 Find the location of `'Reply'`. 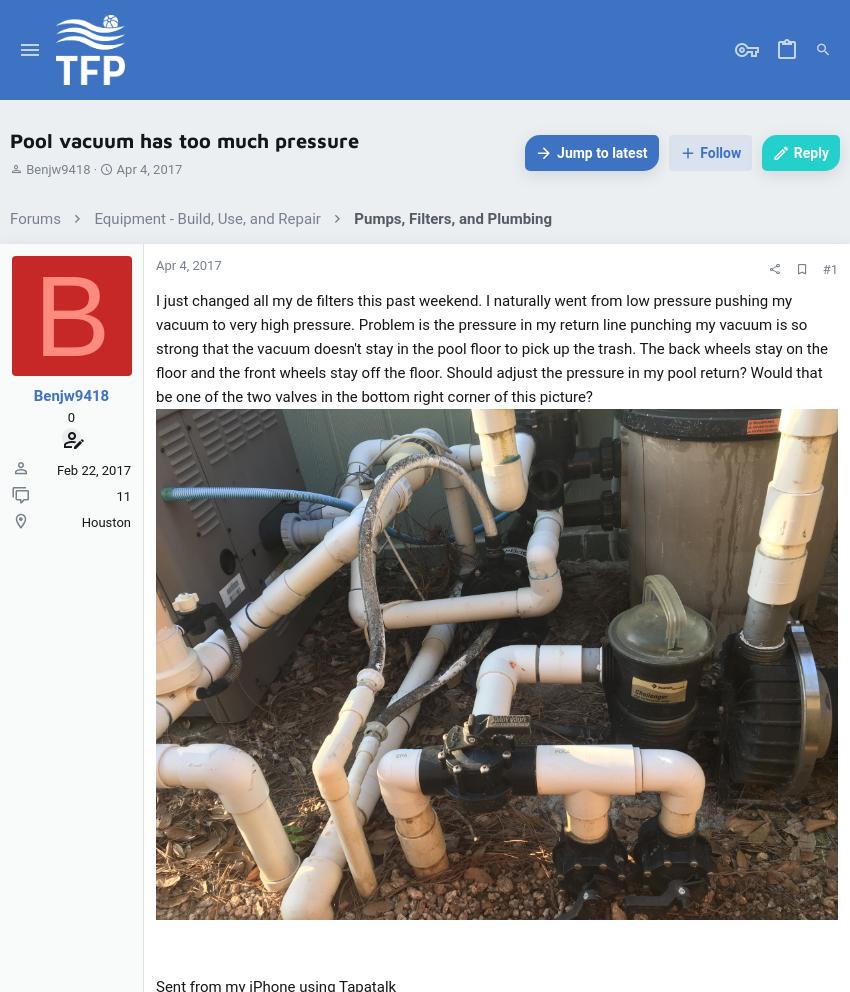

'Reply' is located at coordinates (810, 151).